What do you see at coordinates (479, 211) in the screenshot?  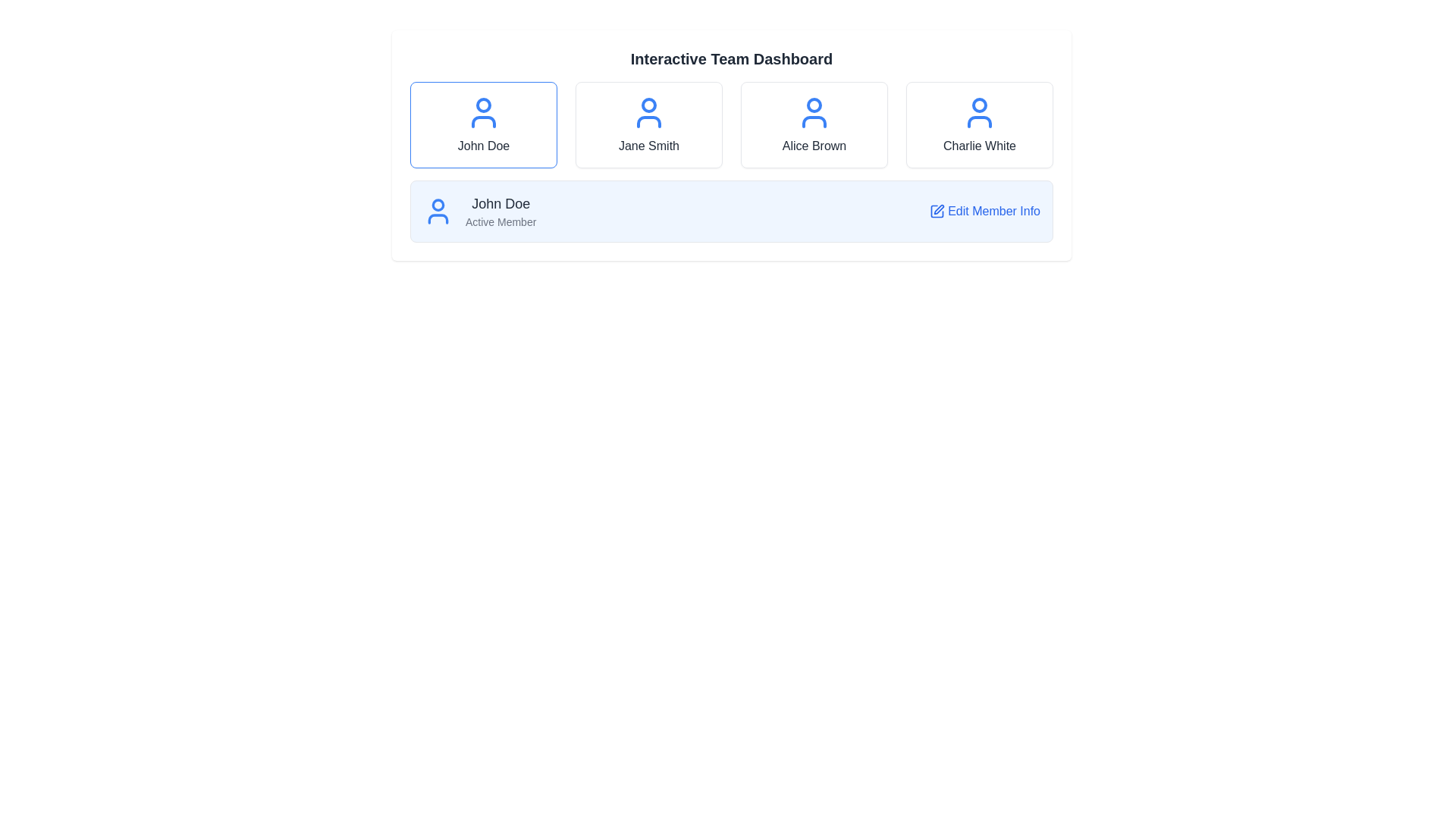 I see `the Informational display element that shows the user's name and status, located inside a blue-bordered section under the title 'Interactive Team Dashboard'` at bounding box center [479, 211].